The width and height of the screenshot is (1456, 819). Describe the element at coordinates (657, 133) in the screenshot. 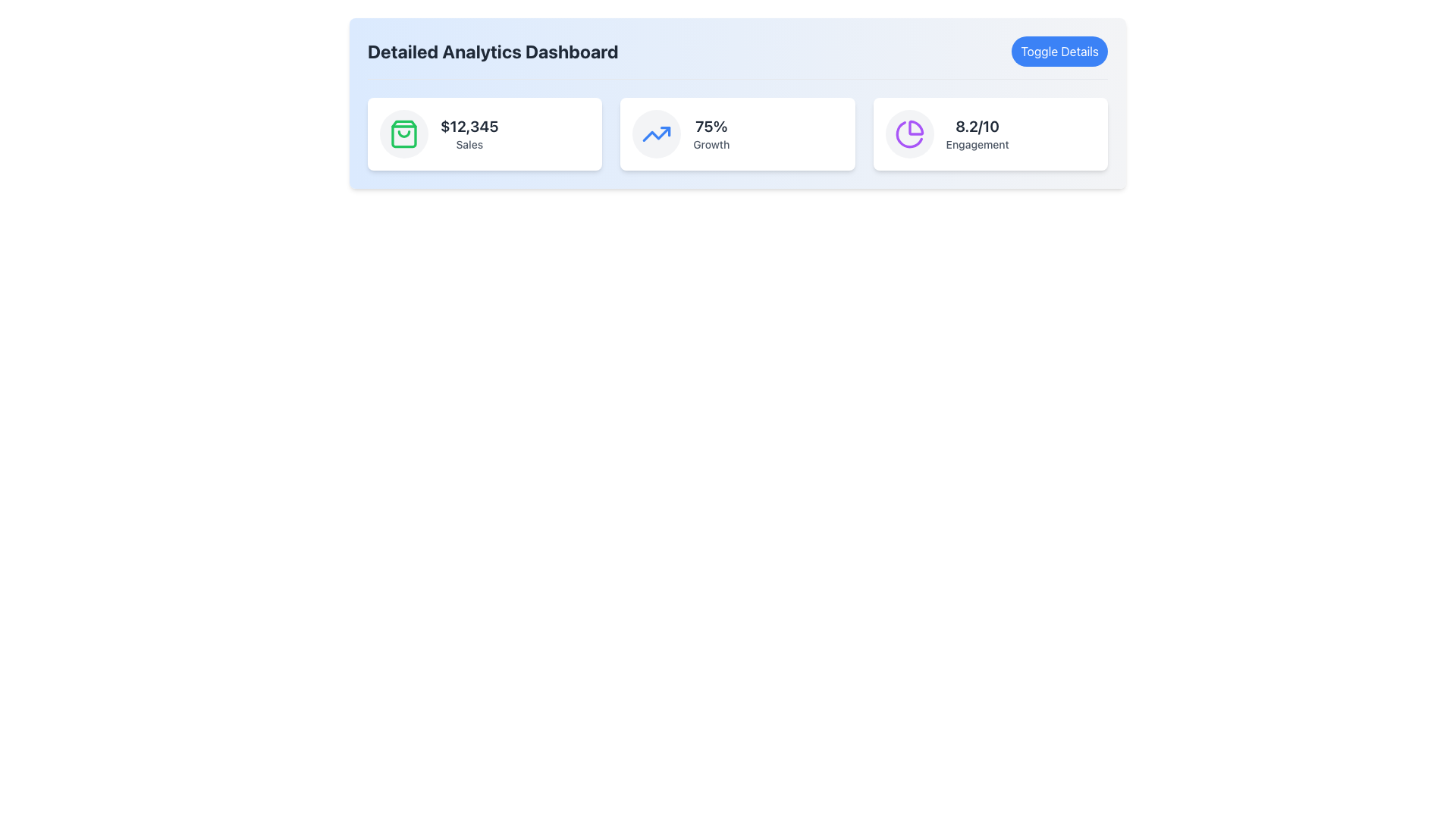

I see `the Icon polyline graphic that forms a sharp zigzag pattern, representing a trend line going upwards, located in the second card from the left under the 'Detailed Analytics Dashboard.'` at that location.